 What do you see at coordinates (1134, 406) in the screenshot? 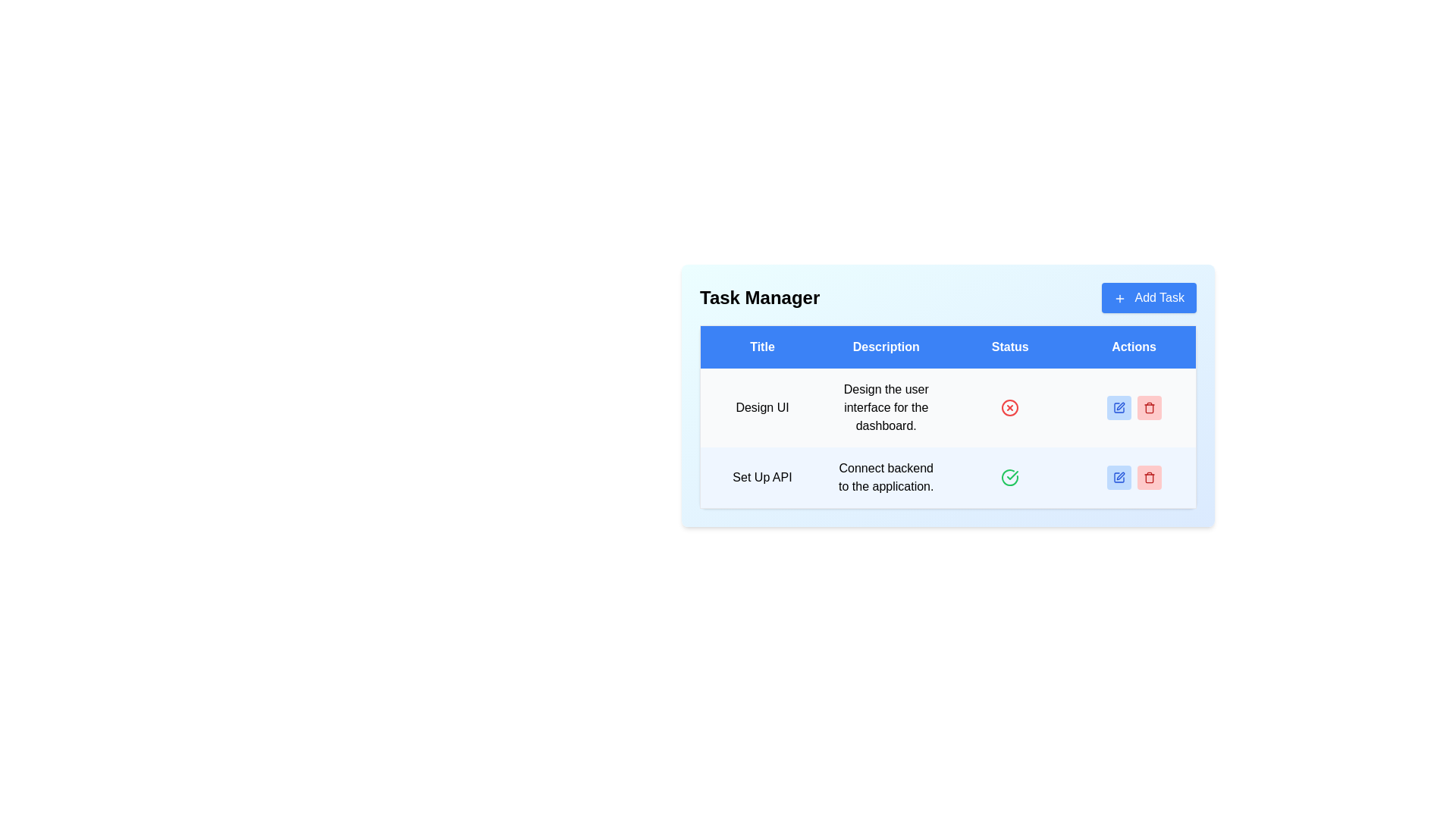
I see `the blue square button with a pen icon located in the 'Actions' column of the task management interface` at bounding box center [1134, 406].